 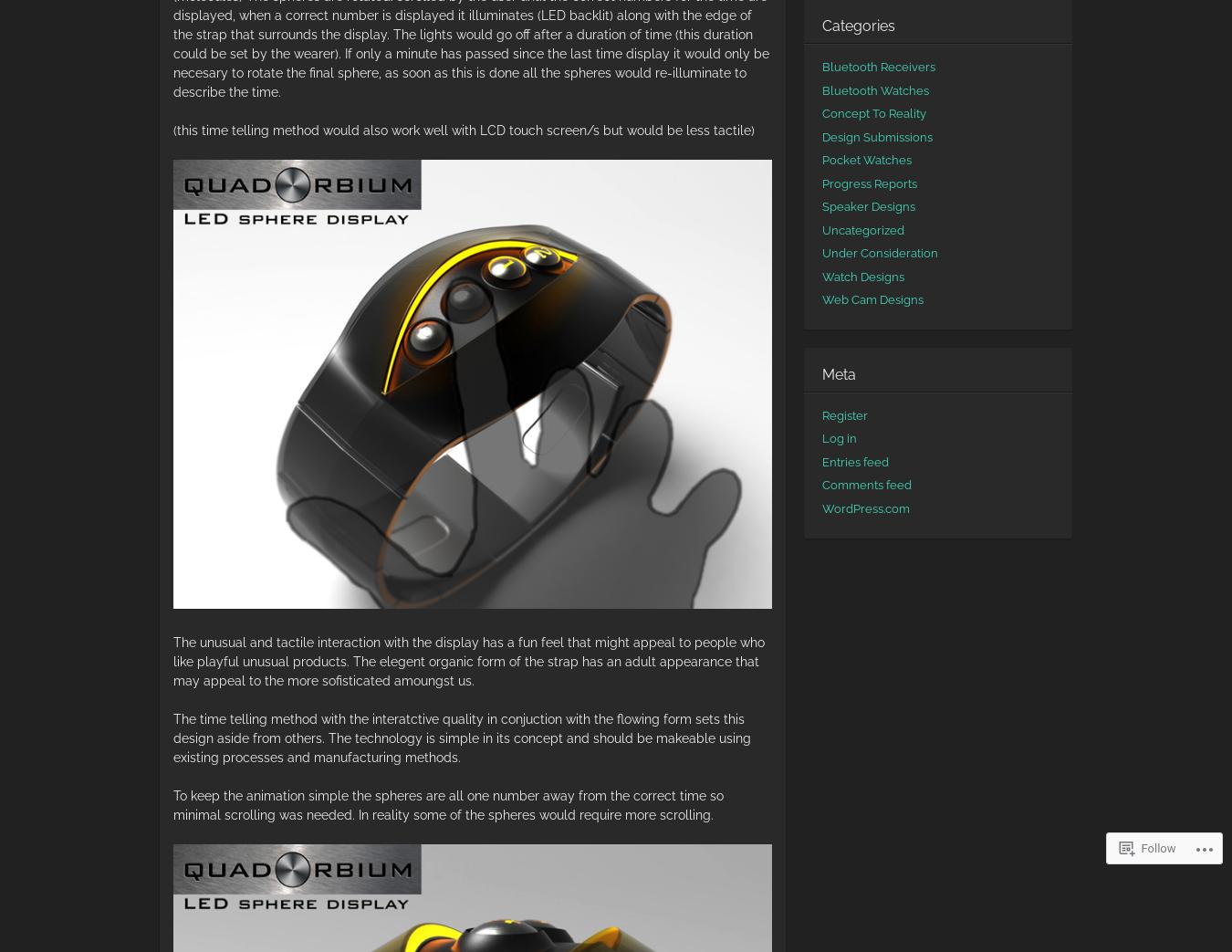 I want to click on 'Entries feed', so click(x=854, y=460).